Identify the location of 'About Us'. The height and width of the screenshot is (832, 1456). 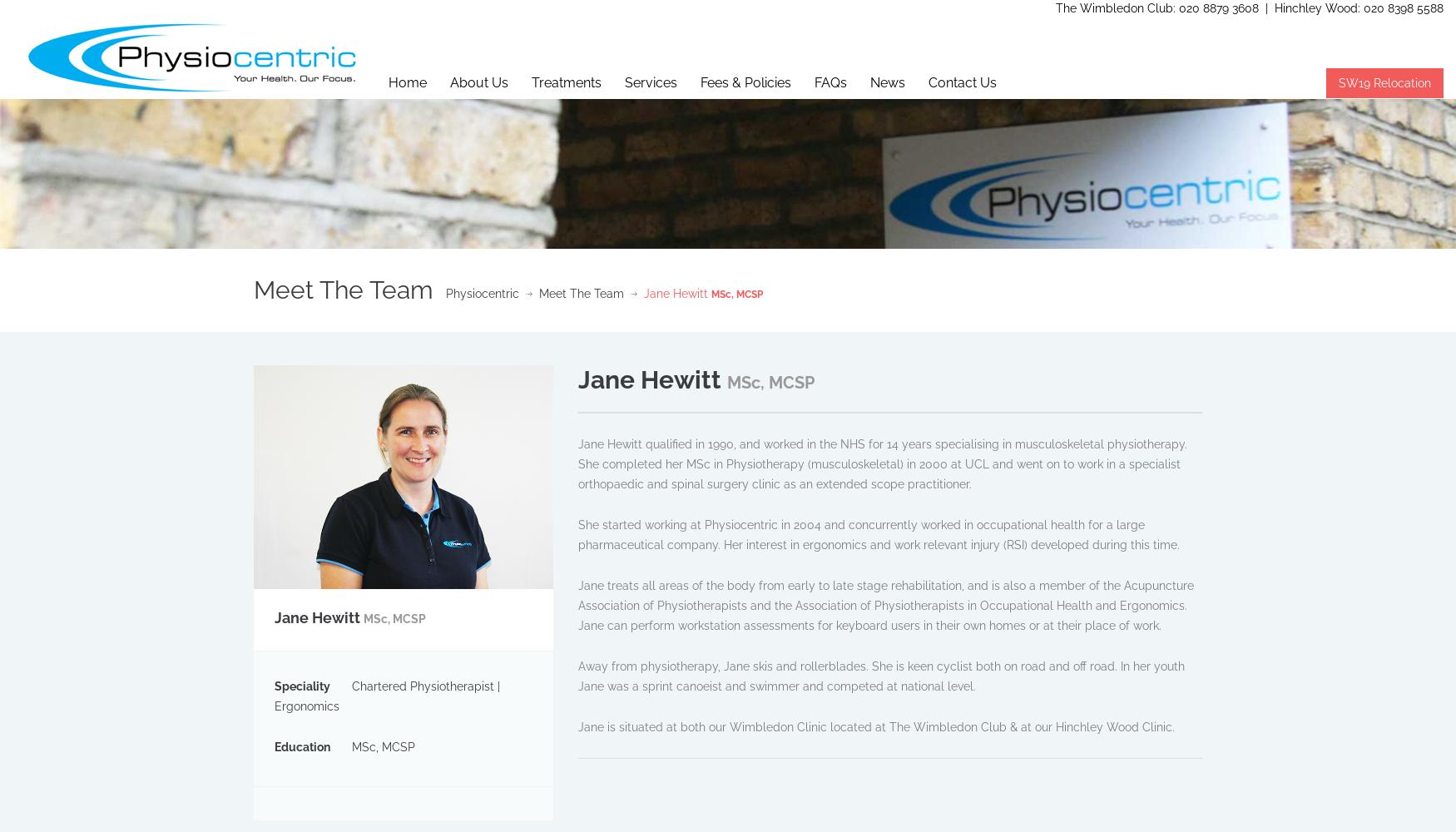
(448, 82).